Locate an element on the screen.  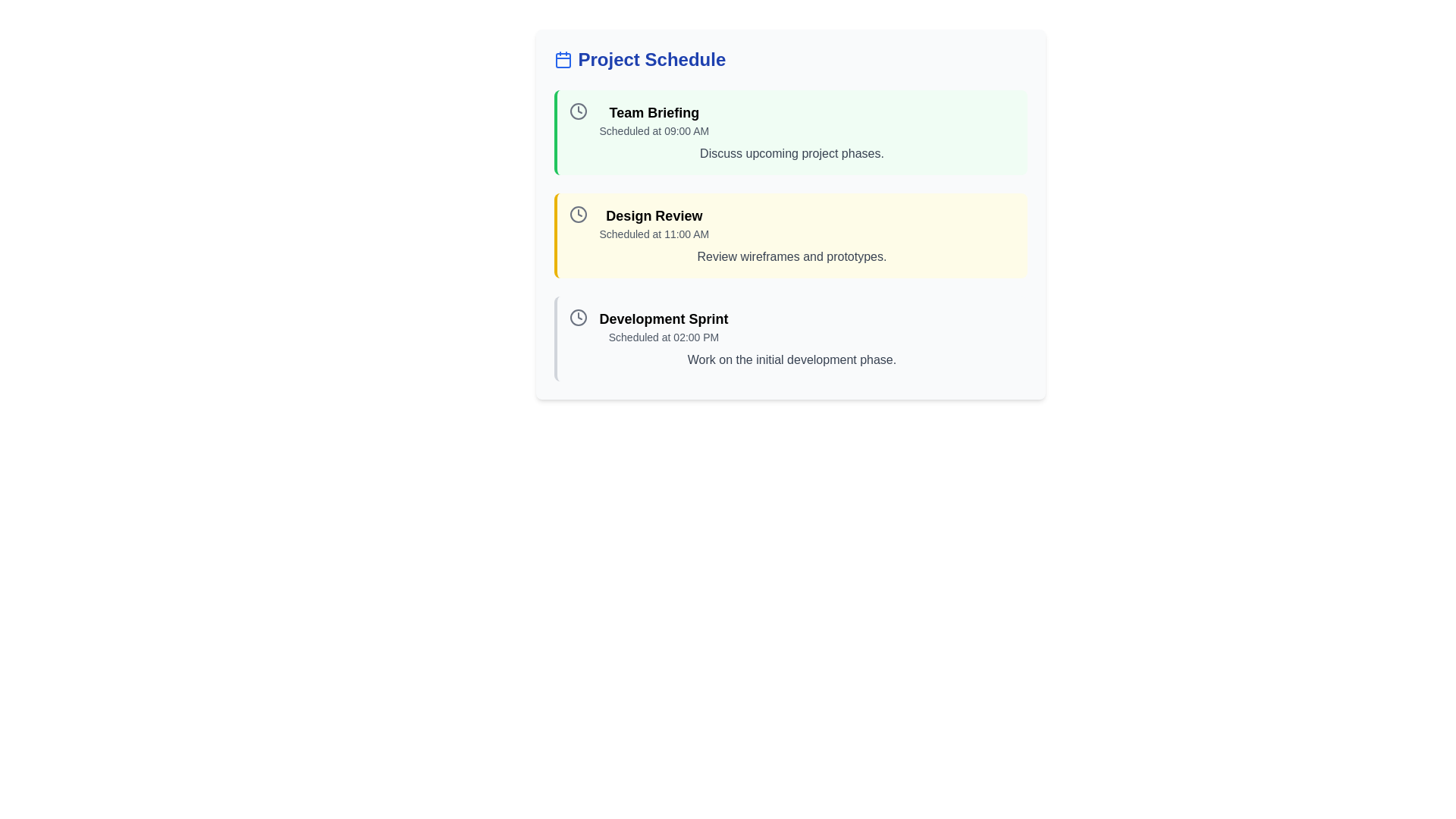
the informational Text Label located at the bottom-center of the 'Design Review' card is located at coordinates (791, 256).